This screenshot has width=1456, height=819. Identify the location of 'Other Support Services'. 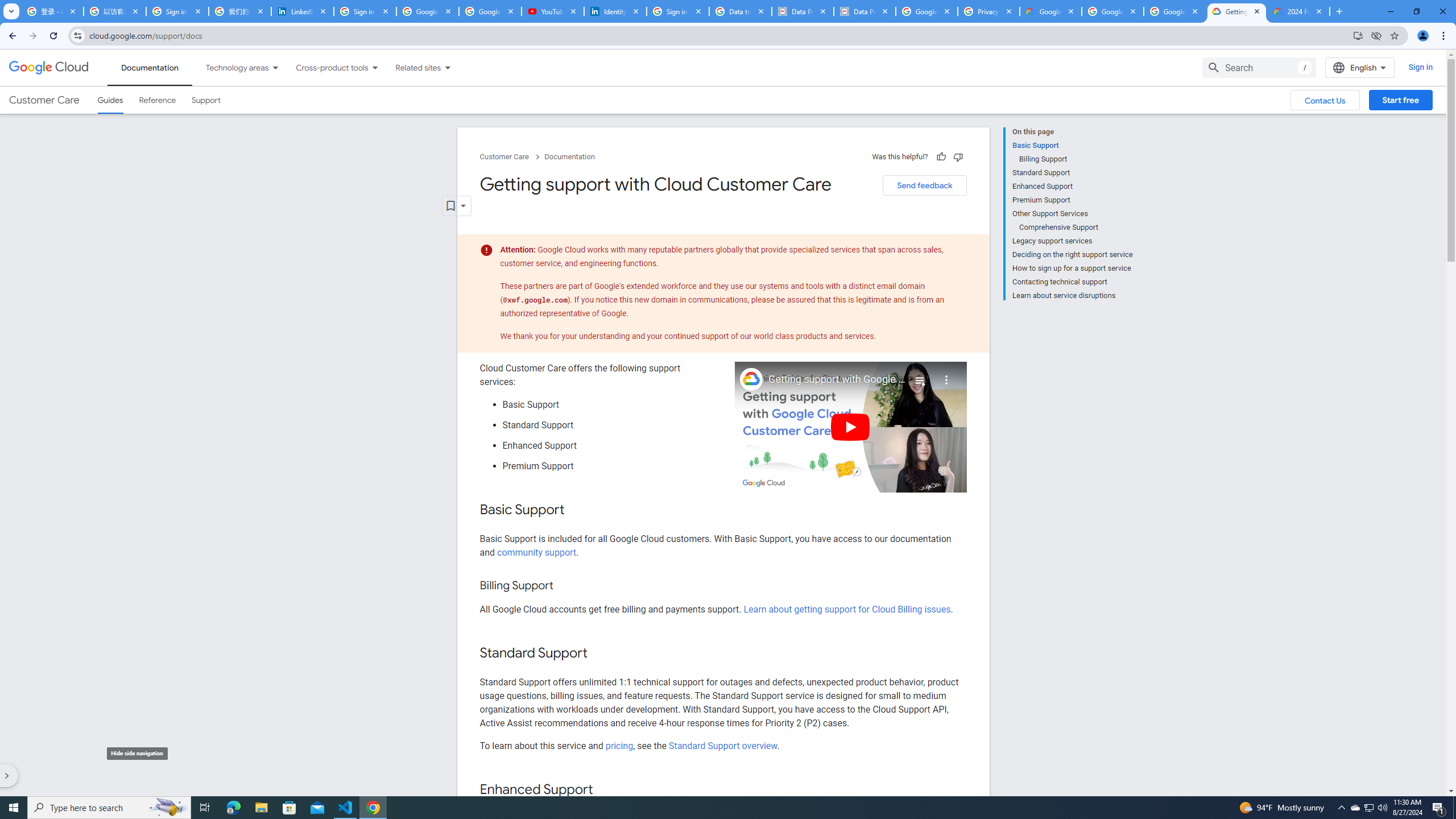
(1072, 213).